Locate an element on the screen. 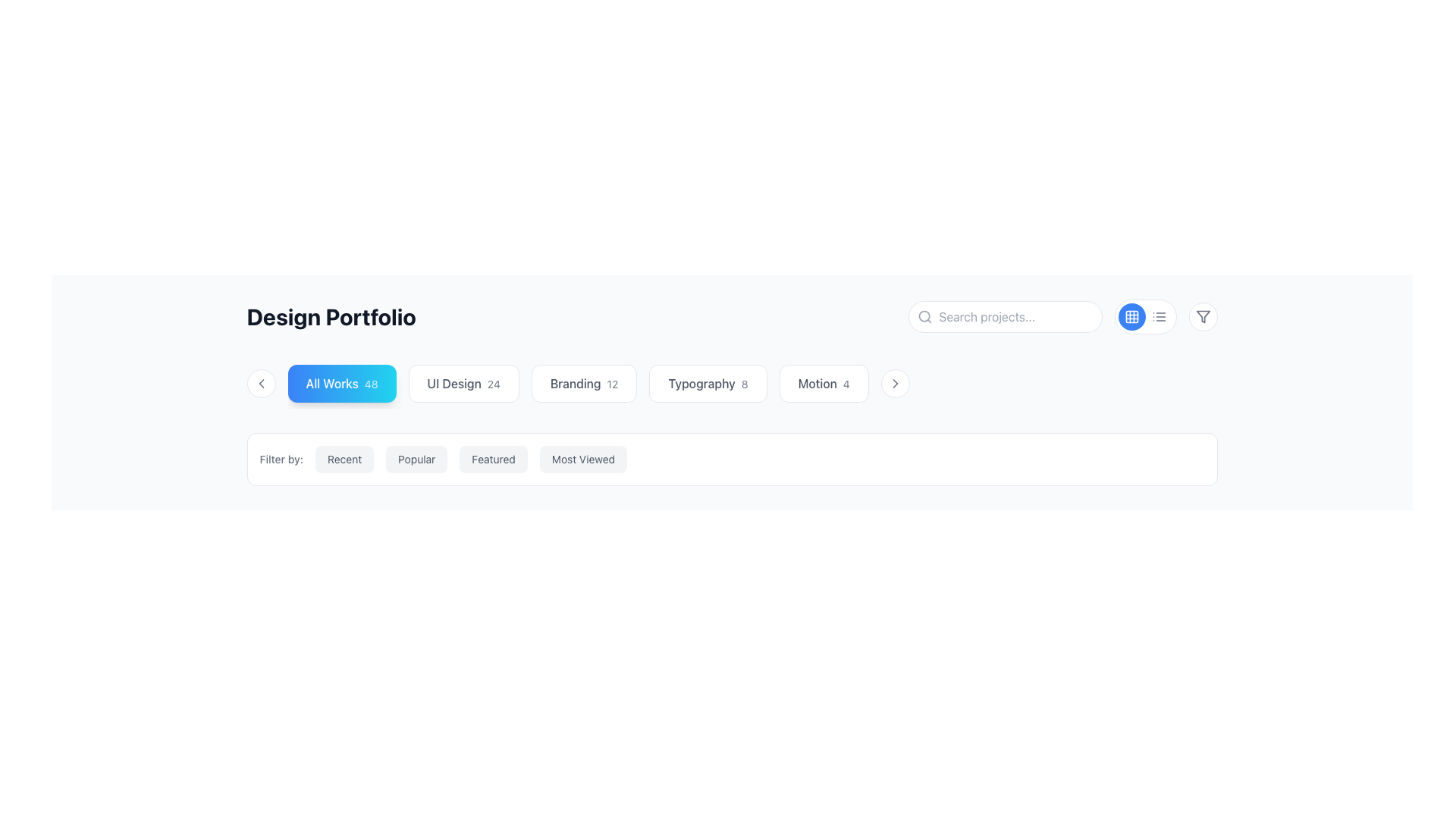  the circular blue button with a white grid layout icon located on the right-hand side of the top interface bar is located at coordinates (1131, 315).